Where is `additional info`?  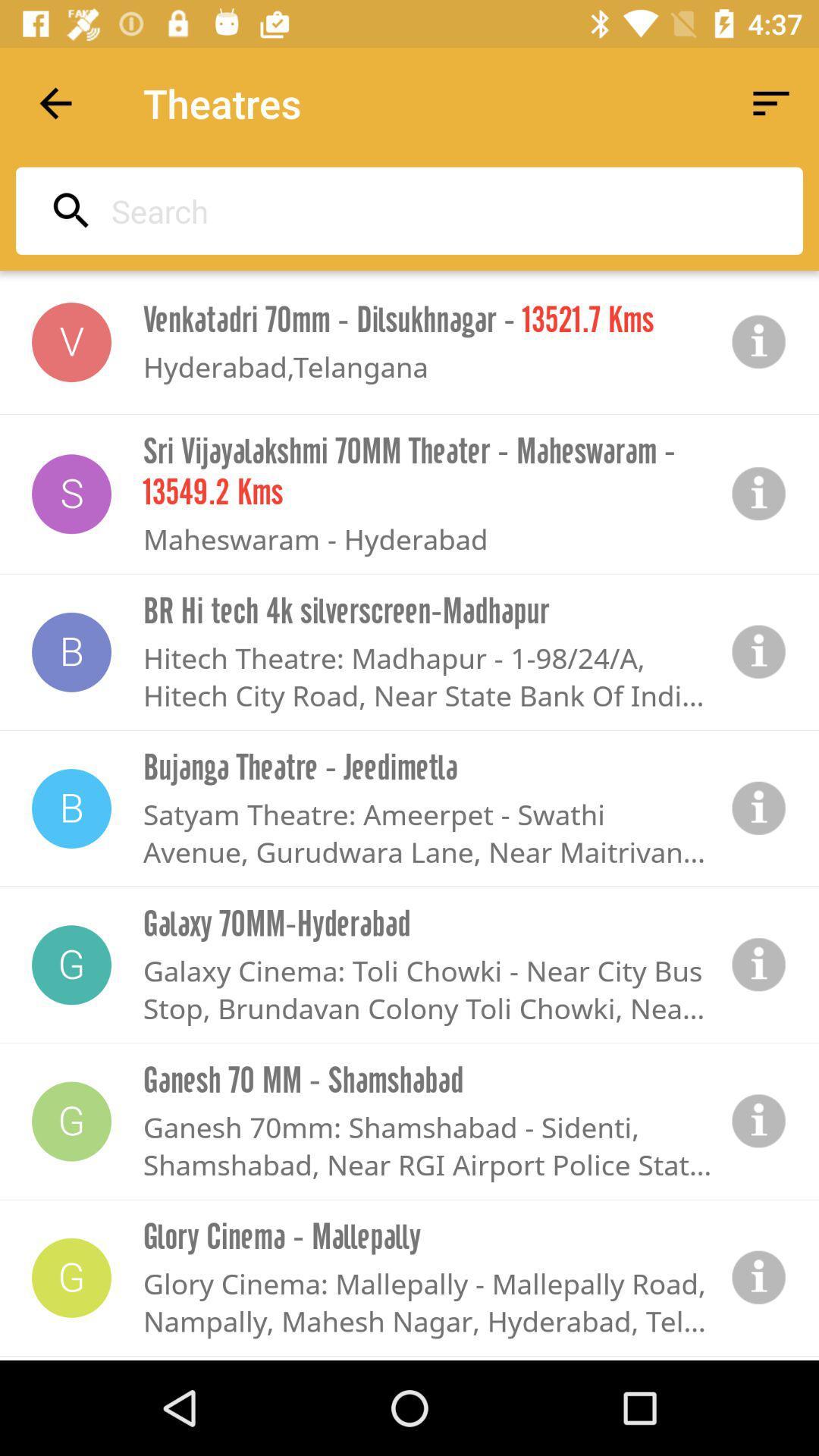
additional info is located at coordinates (759, 1121).